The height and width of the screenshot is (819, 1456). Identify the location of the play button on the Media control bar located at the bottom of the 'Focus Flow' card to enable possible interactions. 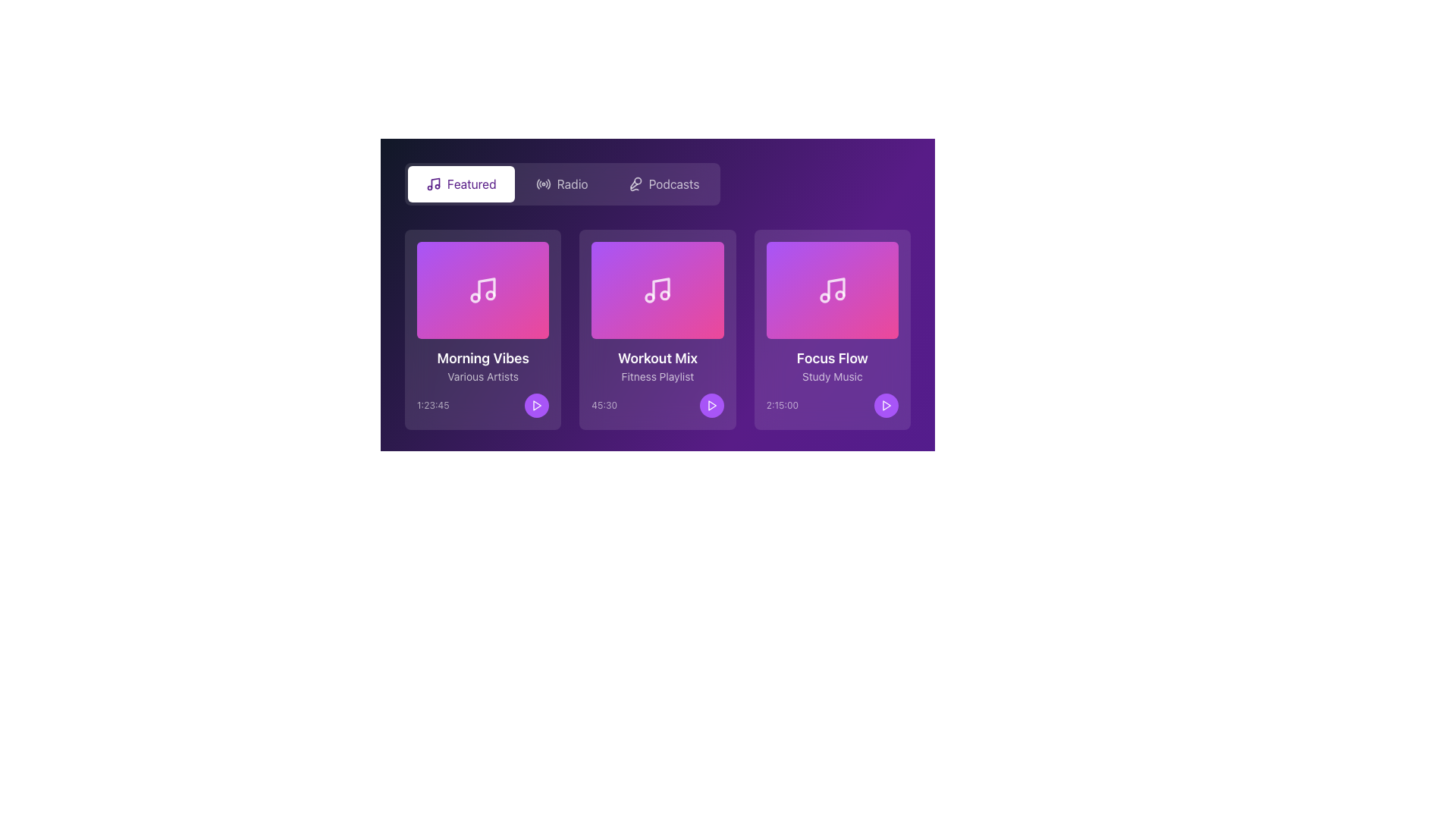
(831, 405).